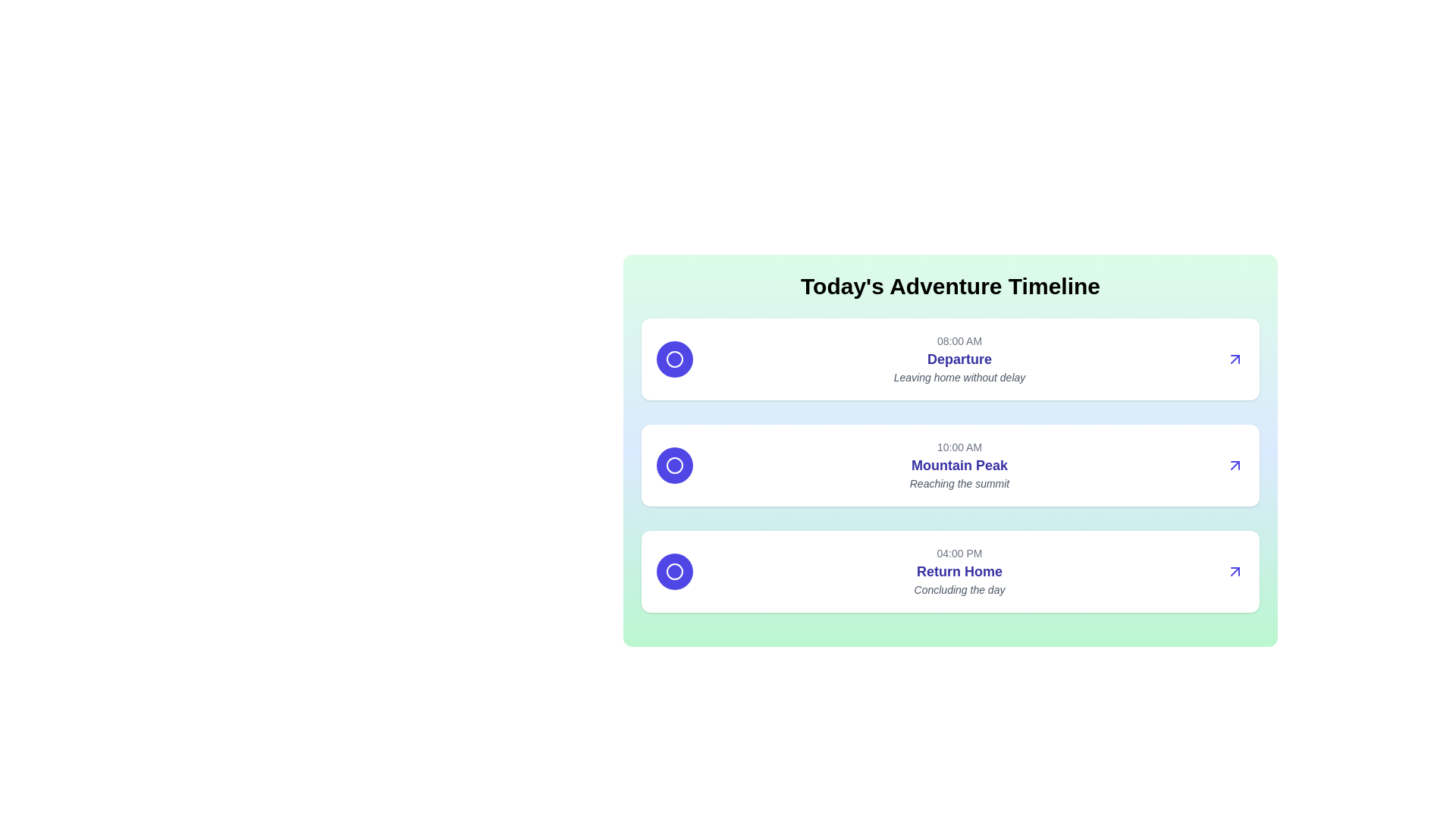 The width and height of the screenshot is (1456, 819). What do you see at coordinates (1235, 464) in the screenshot?
I see `the indigo blue upward-right pointing arrow icon button located at the bottom-right corner of the '10:00 AM Mountain Peak' card` at bounding box center [1235, 464].